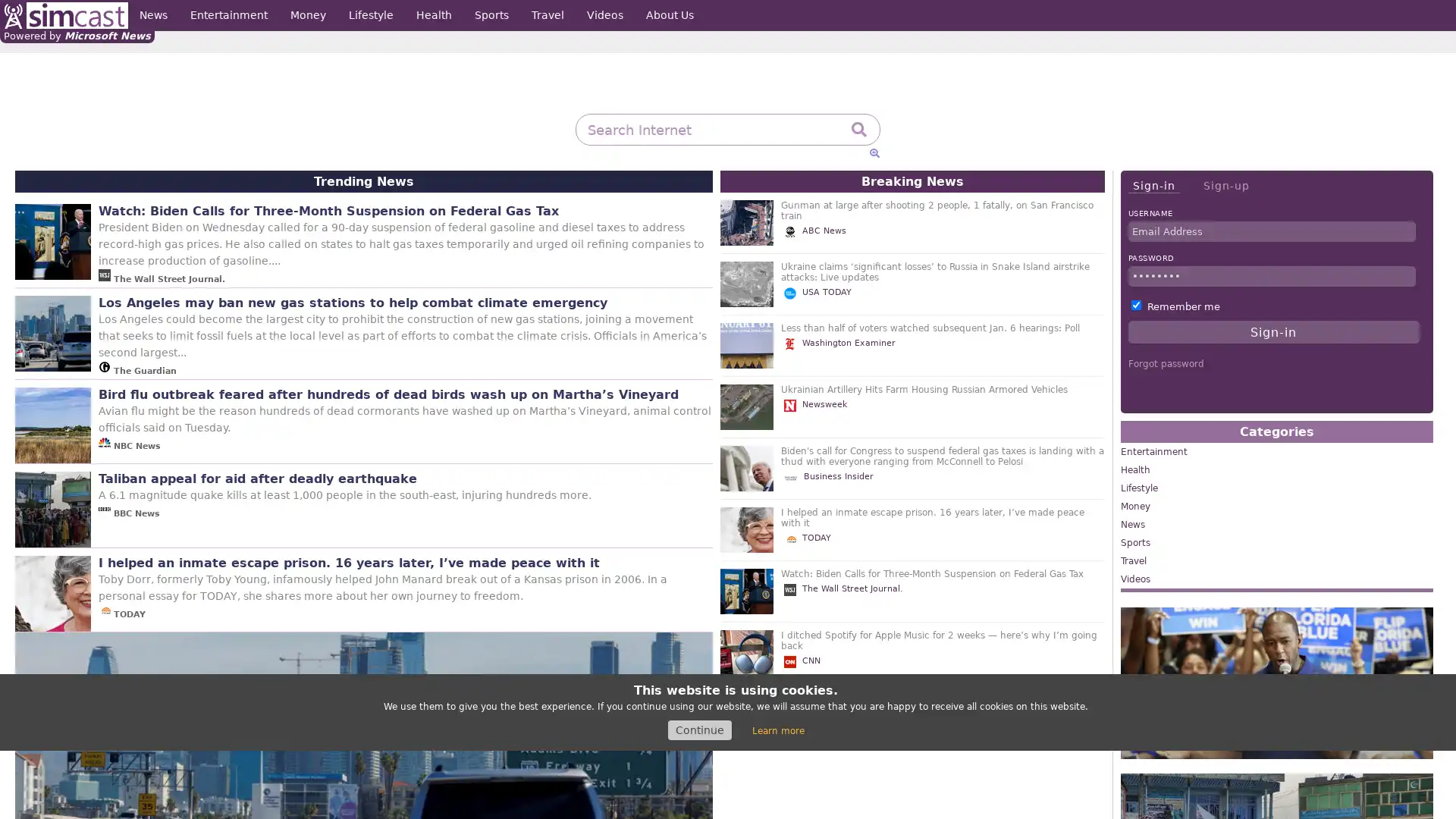 This screenshot has height=819, width=1456. I want to click on Sign-up, so click(1225, 185).